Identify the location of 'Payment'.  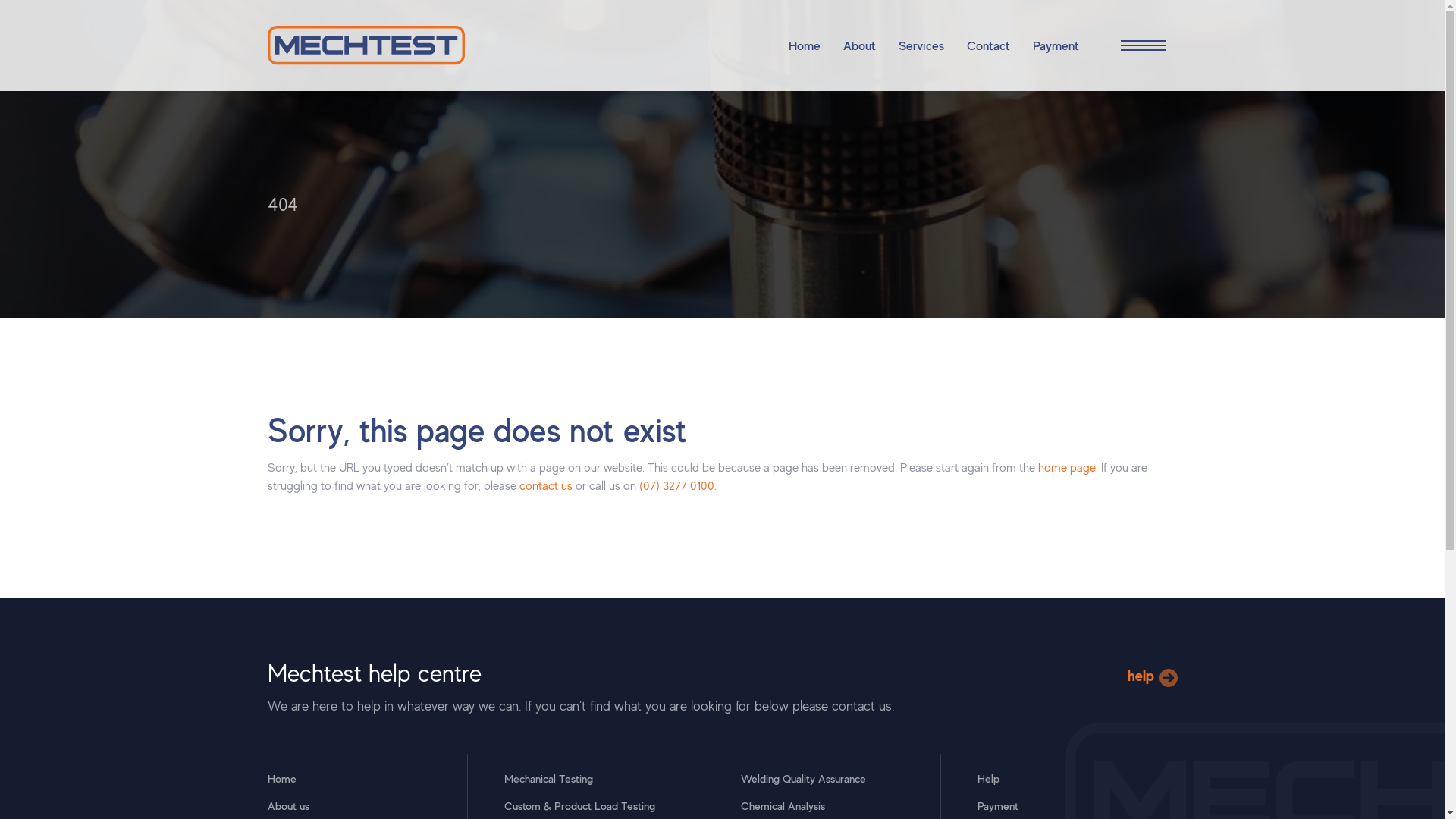
(997, 805).